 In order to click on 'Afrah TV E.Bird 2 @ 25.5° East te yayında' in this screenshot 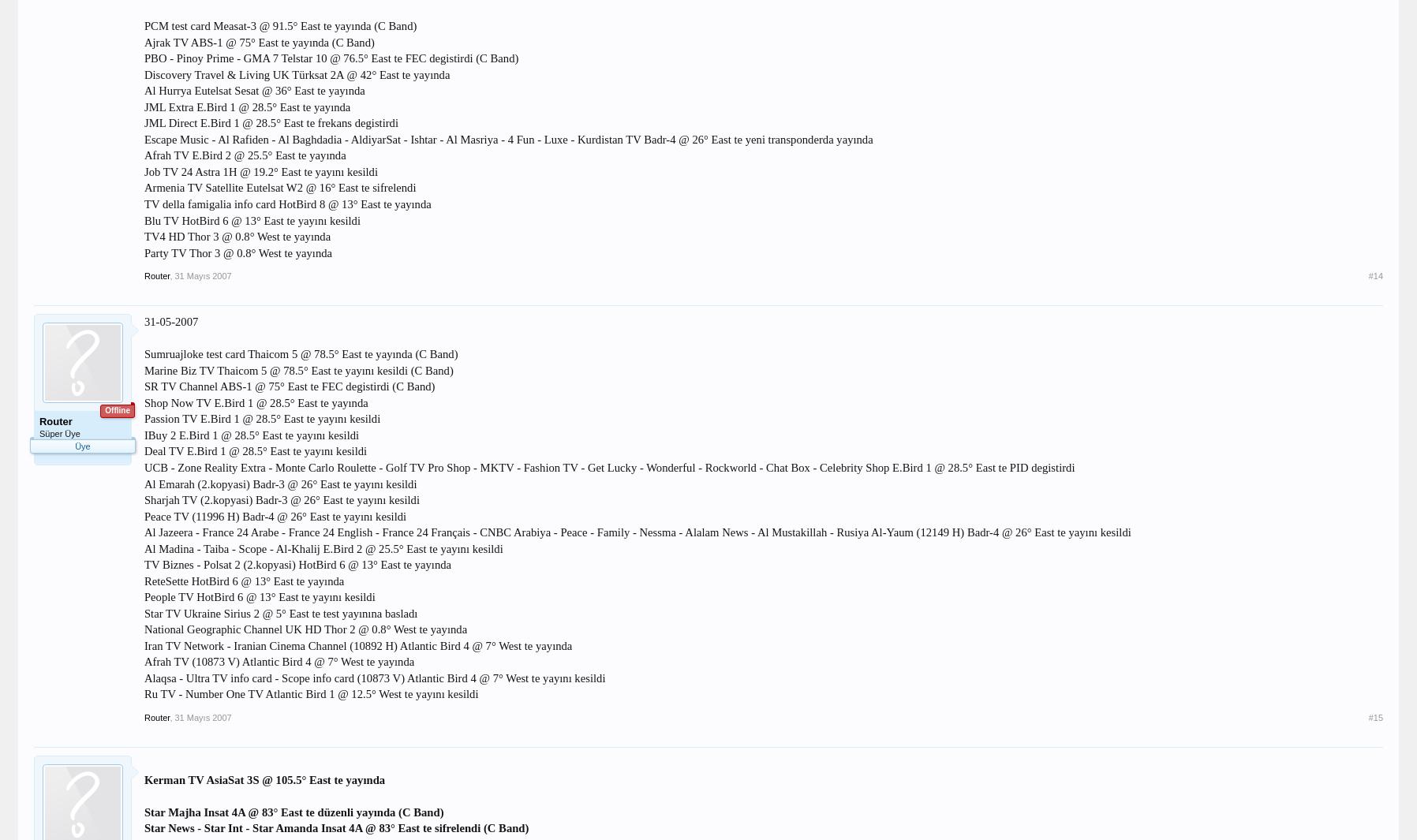, I will do `click(142, 155)`.